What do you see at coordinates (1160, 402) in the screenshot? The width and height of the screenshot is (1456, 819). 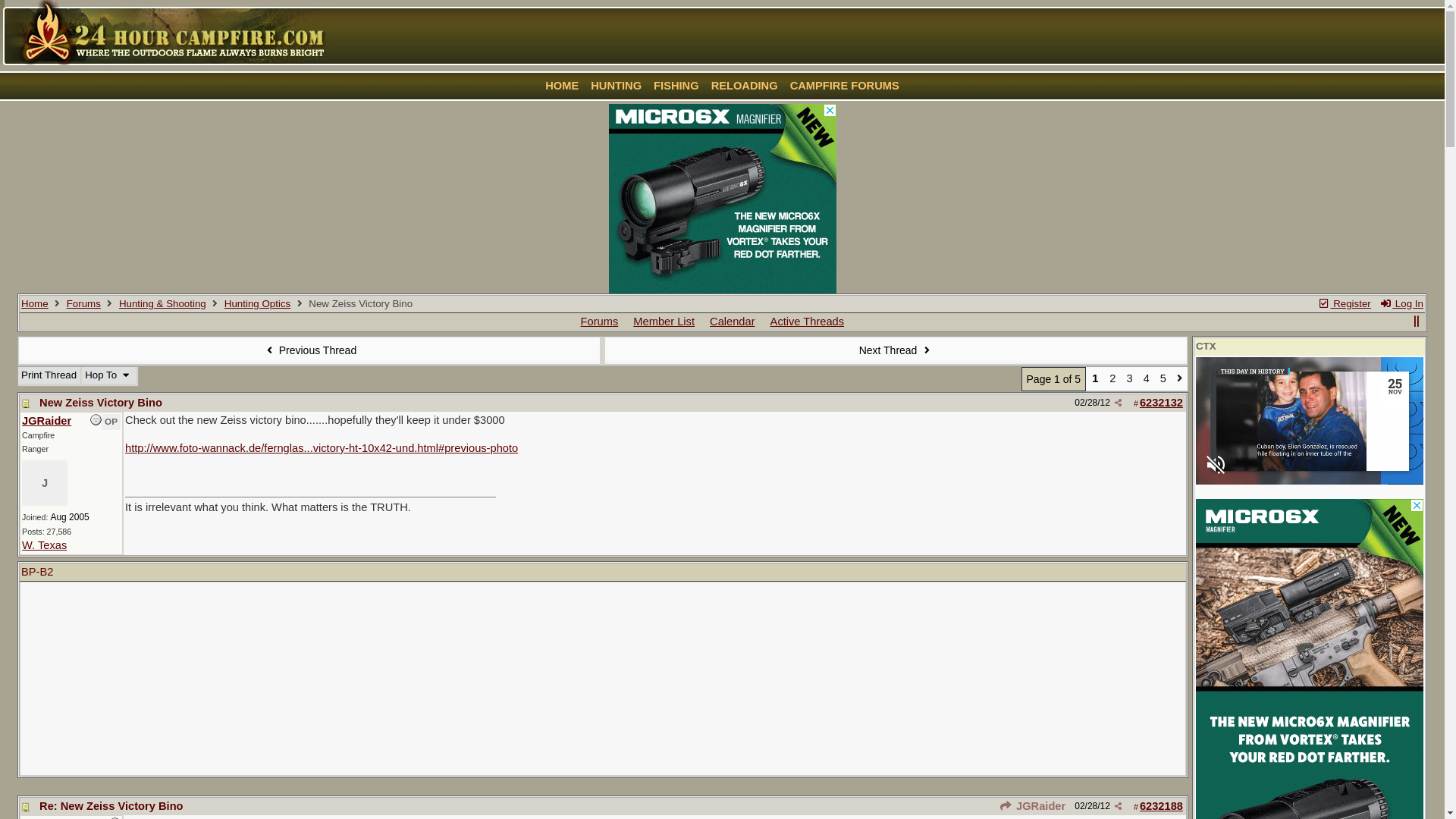 I see `'6232132'` at bounding box center [1160, 402].